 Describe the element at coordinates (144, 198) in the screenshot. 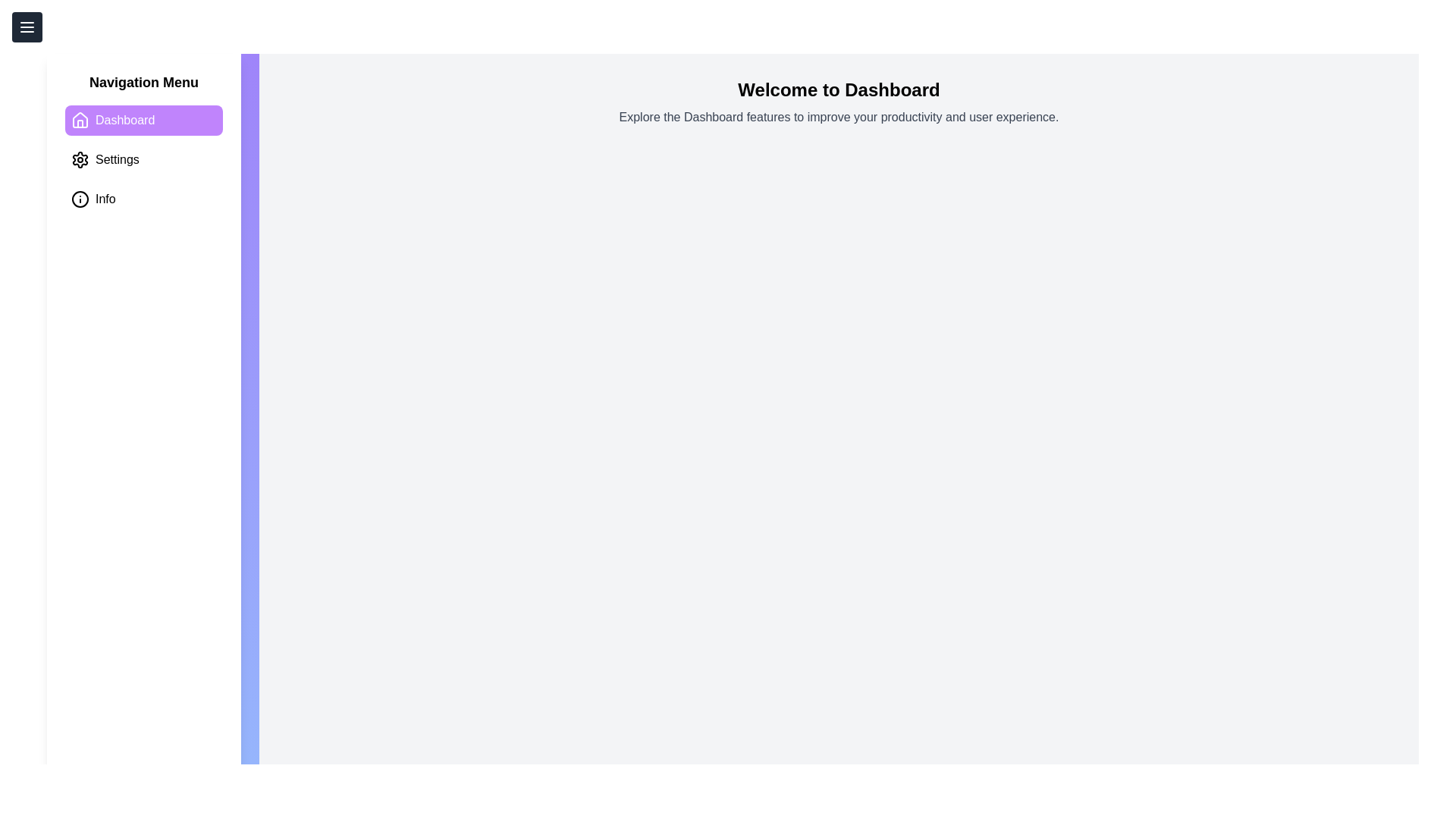

I see `the tab Info in the navigation menu` at that location.